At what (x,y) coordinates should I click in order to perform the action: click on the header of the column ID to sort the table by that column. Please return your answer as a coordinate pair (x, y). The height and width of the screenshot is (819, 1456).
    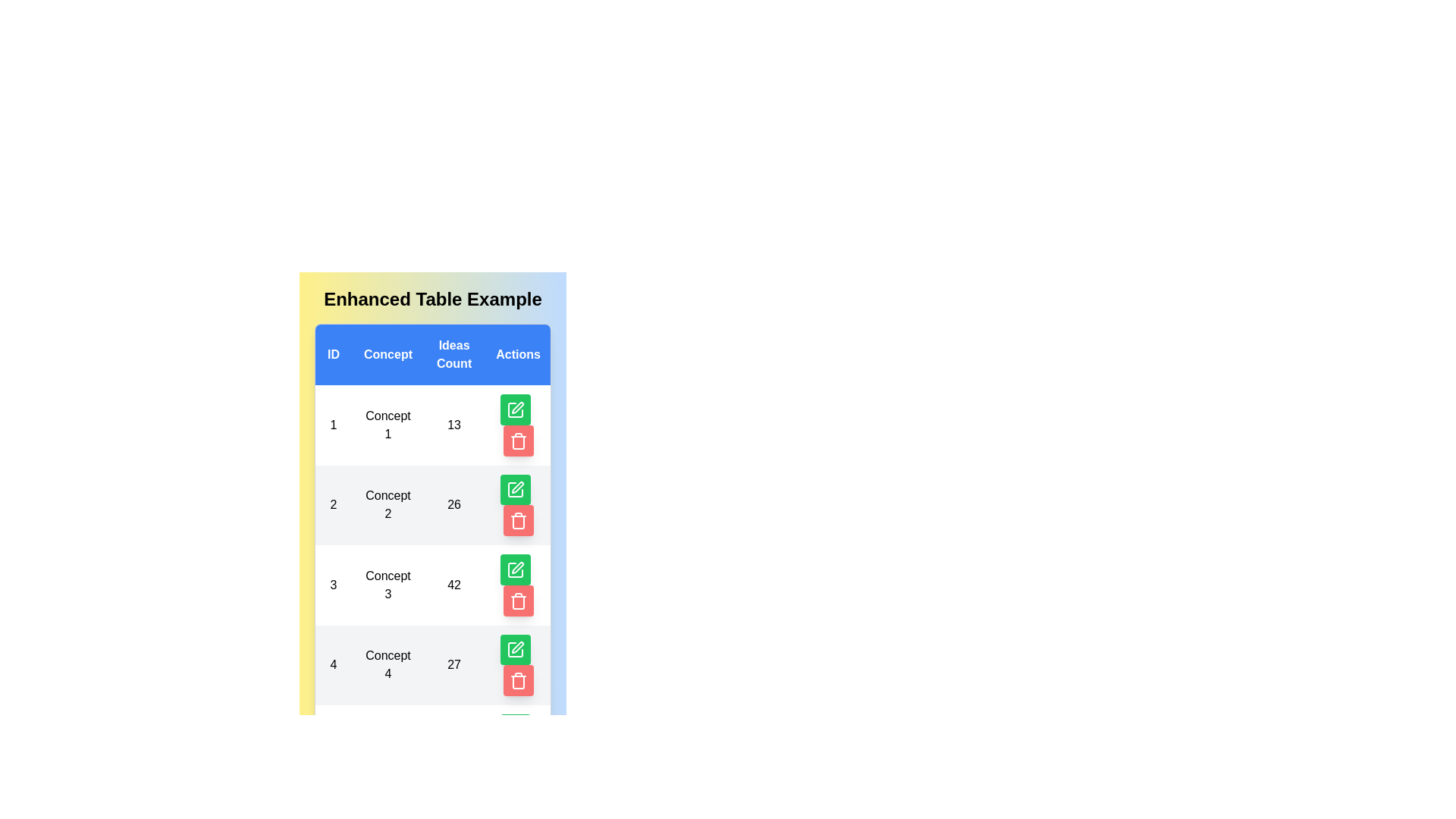
    Looking at the image, I should click on (333, 354).